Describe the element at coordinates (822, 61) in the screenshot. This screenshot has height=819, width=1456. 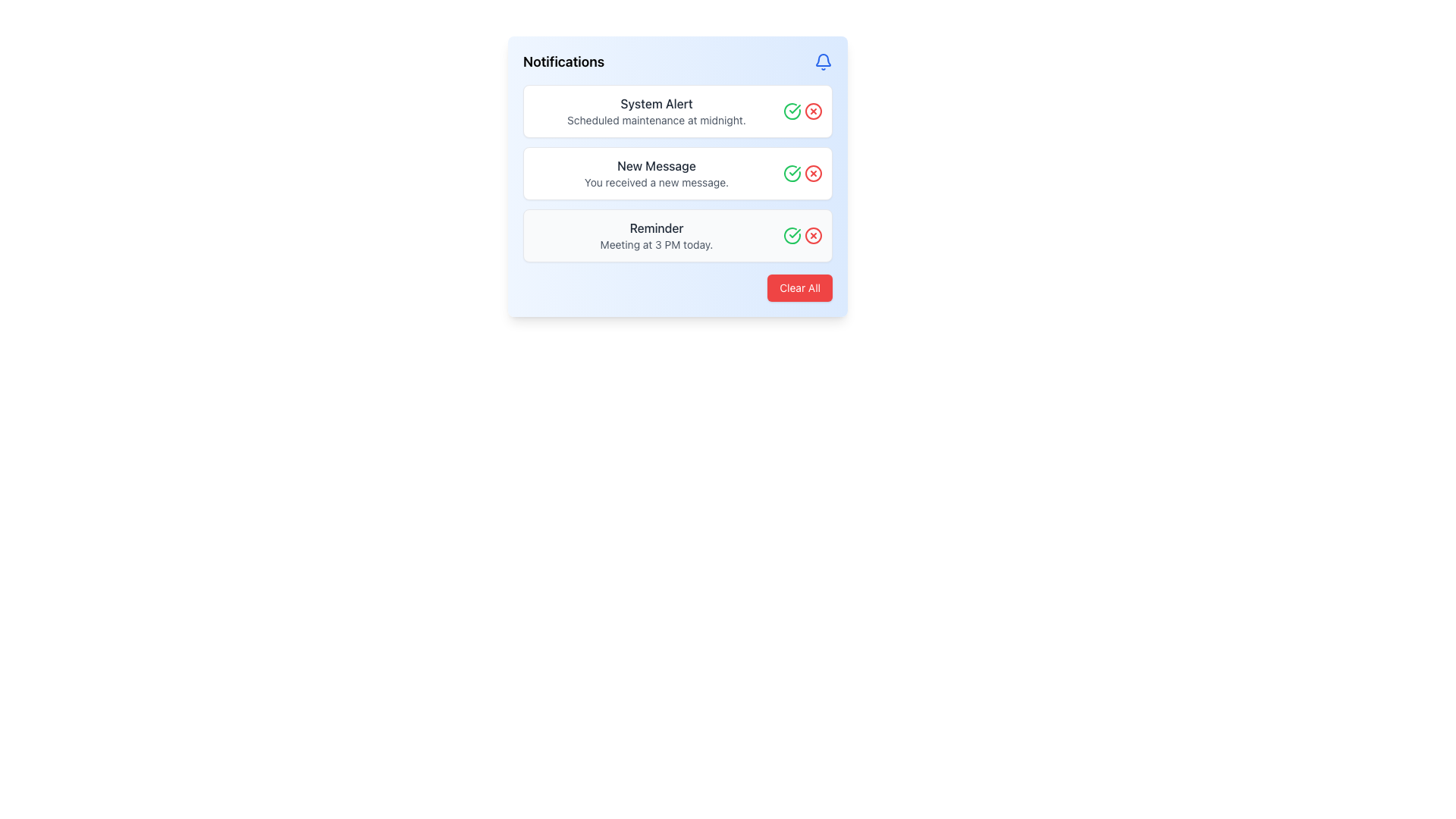
I see `the blue bell icon located at the top-right corner of the notifications card` at that location.